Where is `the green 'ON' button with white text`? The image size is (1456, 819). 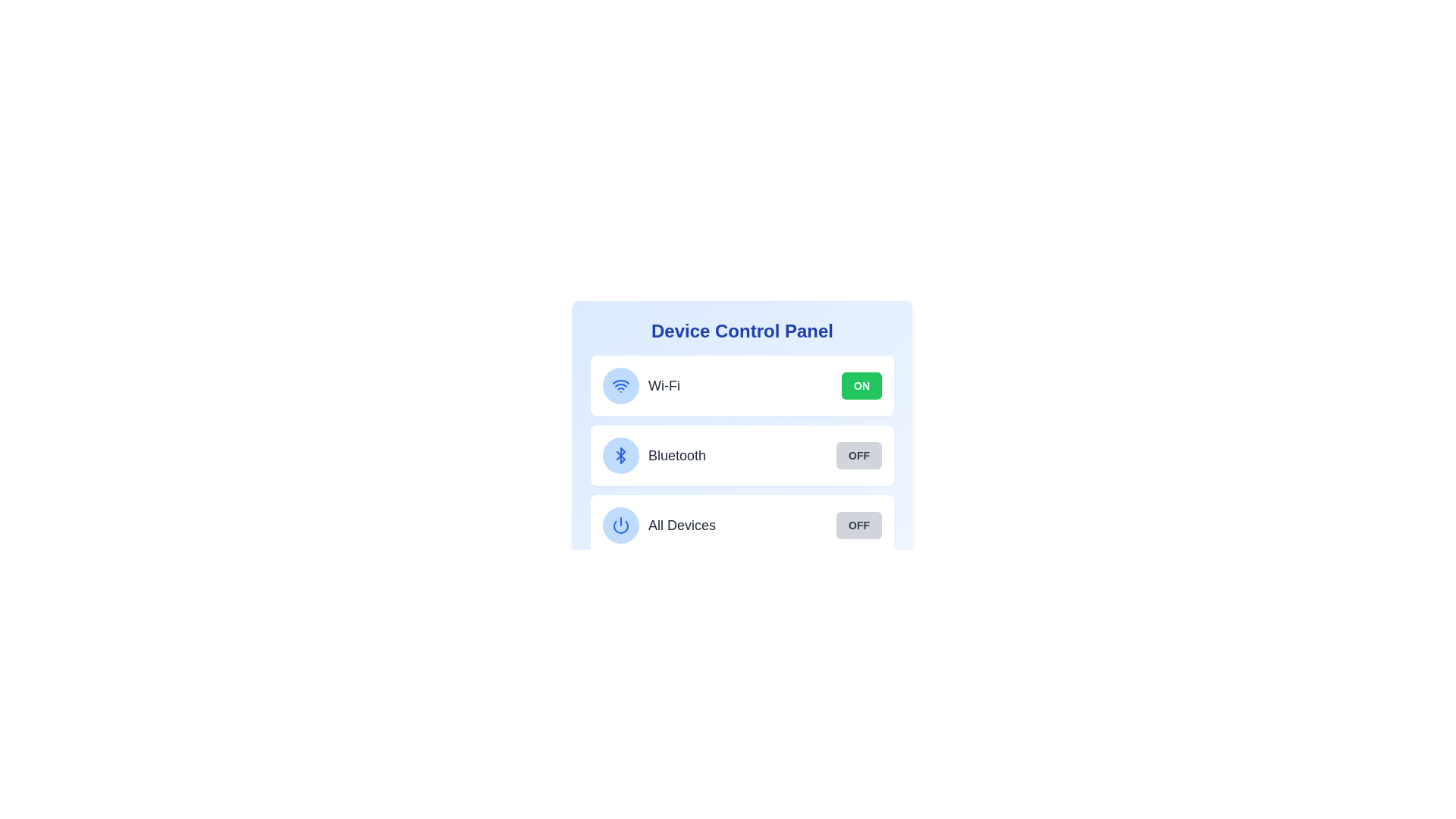
the green 'ON' button with white text is located at coordinates (861, 385).